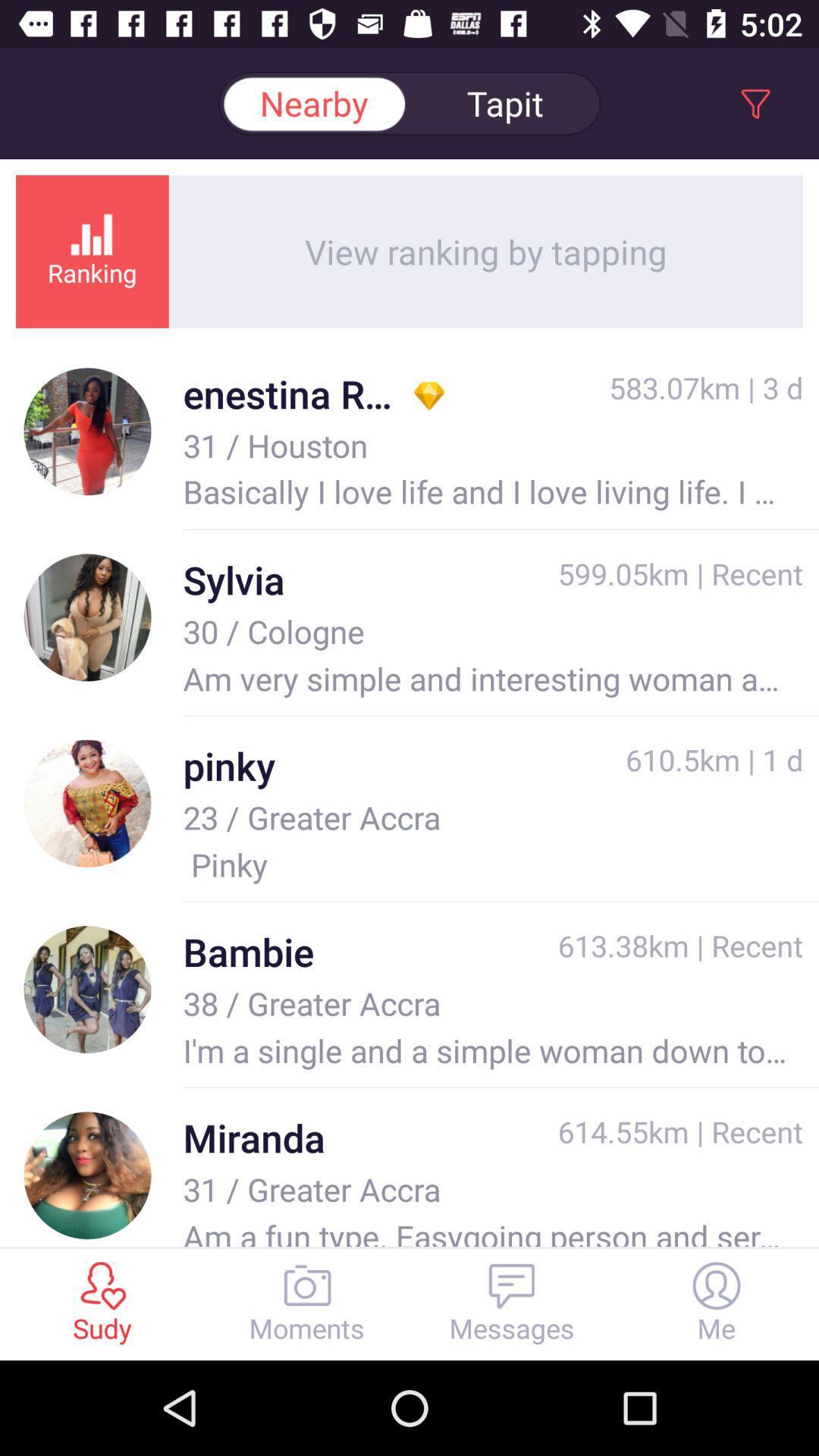 Image resolution: width=819 pixels, height=1456 pixels. Describe the element at coordinates (505, 102) in the screenshot. I see `icon next to the nearby icon` at that location.